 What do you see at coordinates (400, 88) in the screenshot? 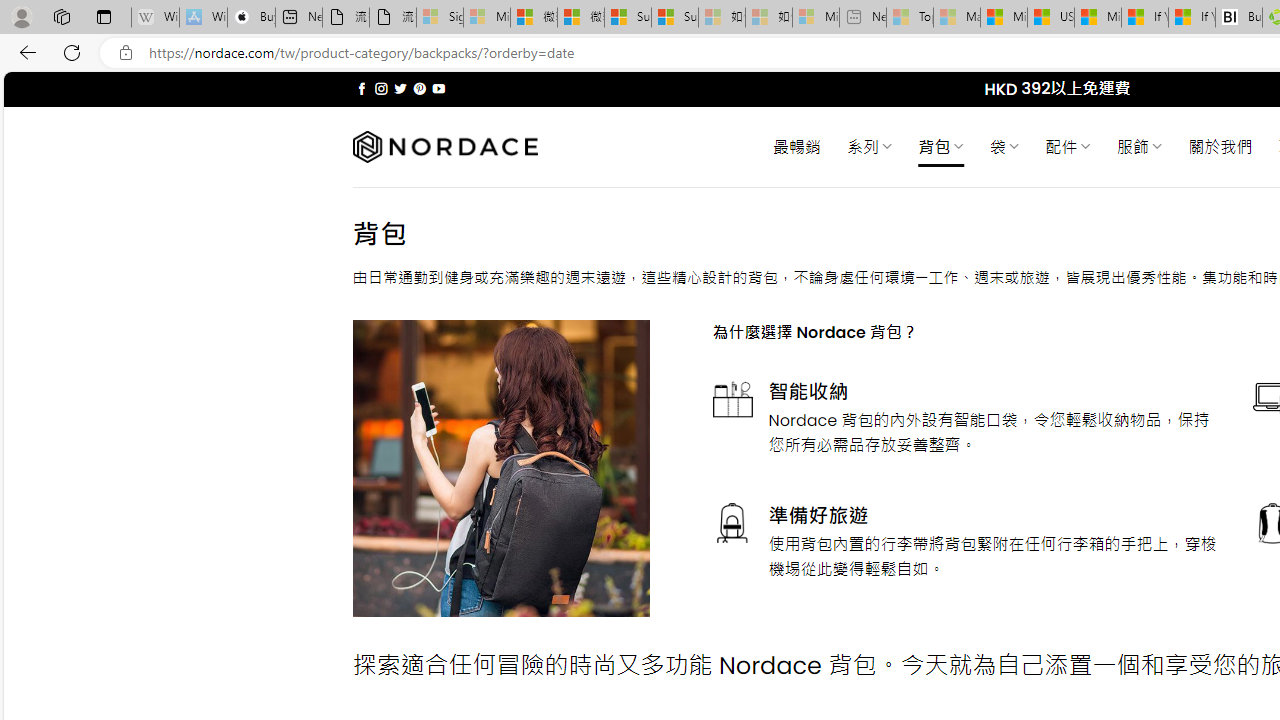
I see `'Follow on Twitter'` at bounding box center [400, 88].